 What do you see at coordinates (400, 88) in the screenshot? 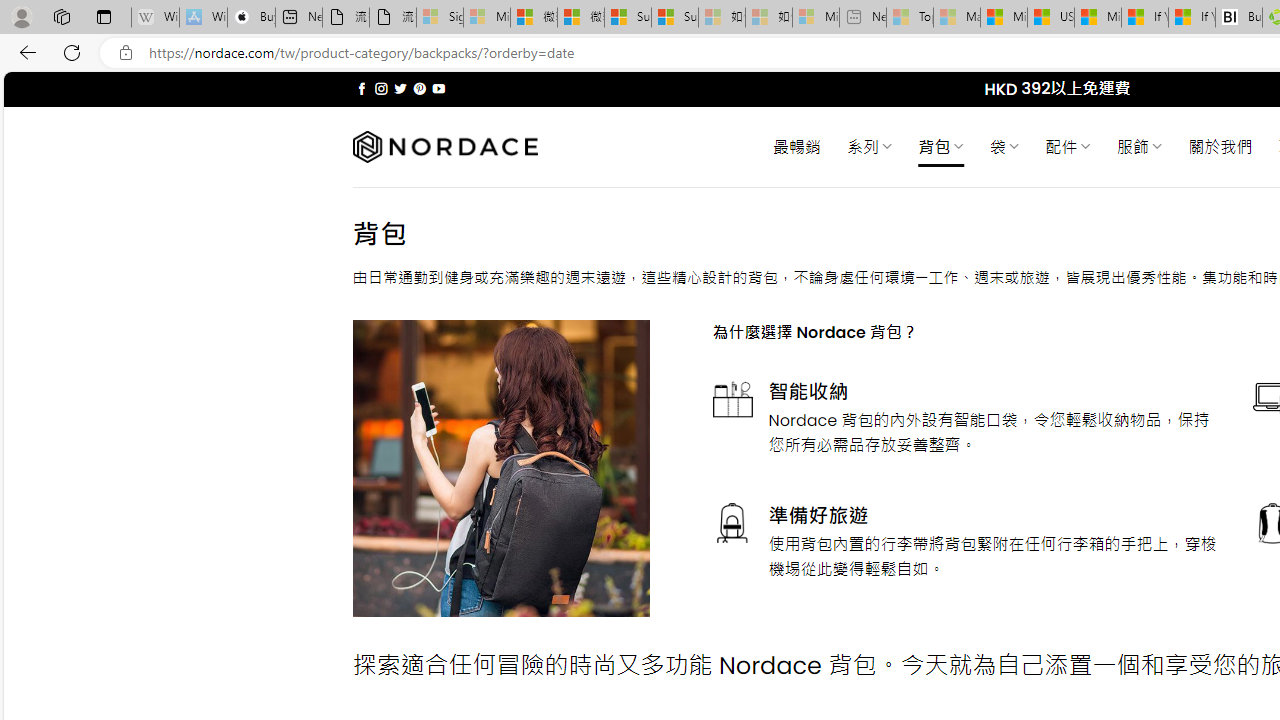
I see `'Follow on Twitter'` at bounding box center [400, 88].